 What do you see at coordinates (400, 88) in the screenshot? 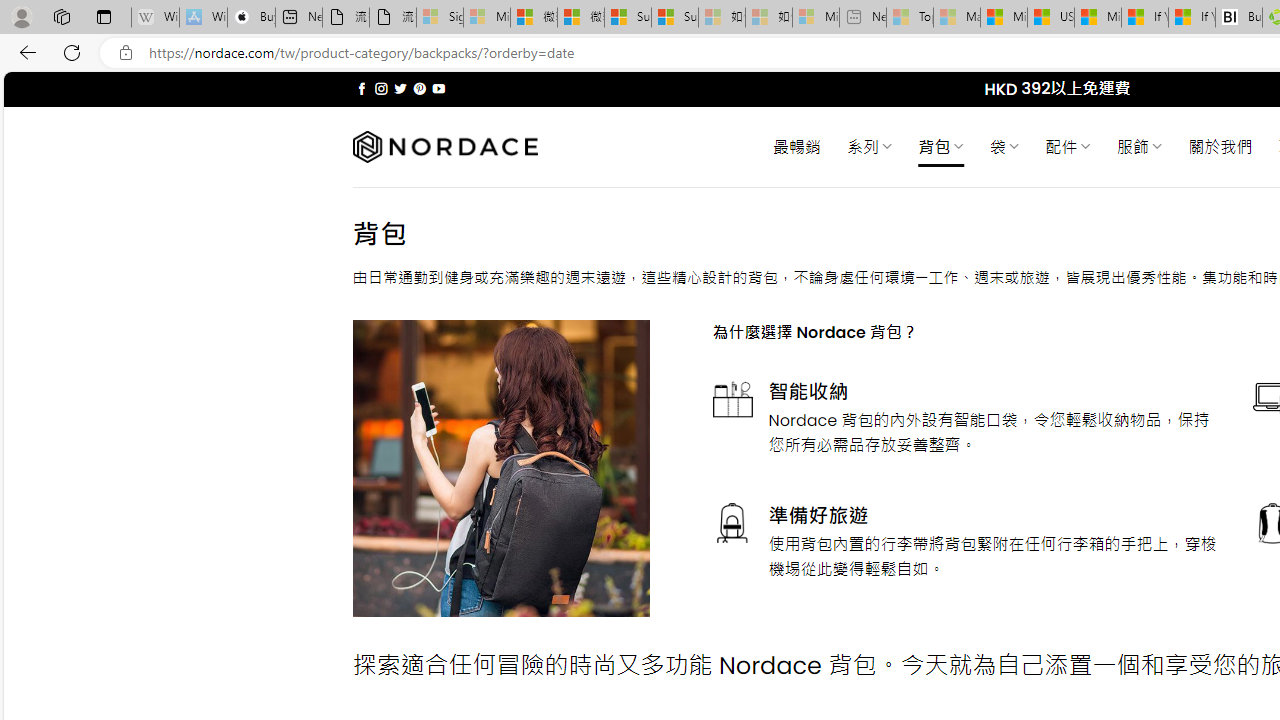
I see `'Follow on Twitter'` at bounding box center [400, 88].